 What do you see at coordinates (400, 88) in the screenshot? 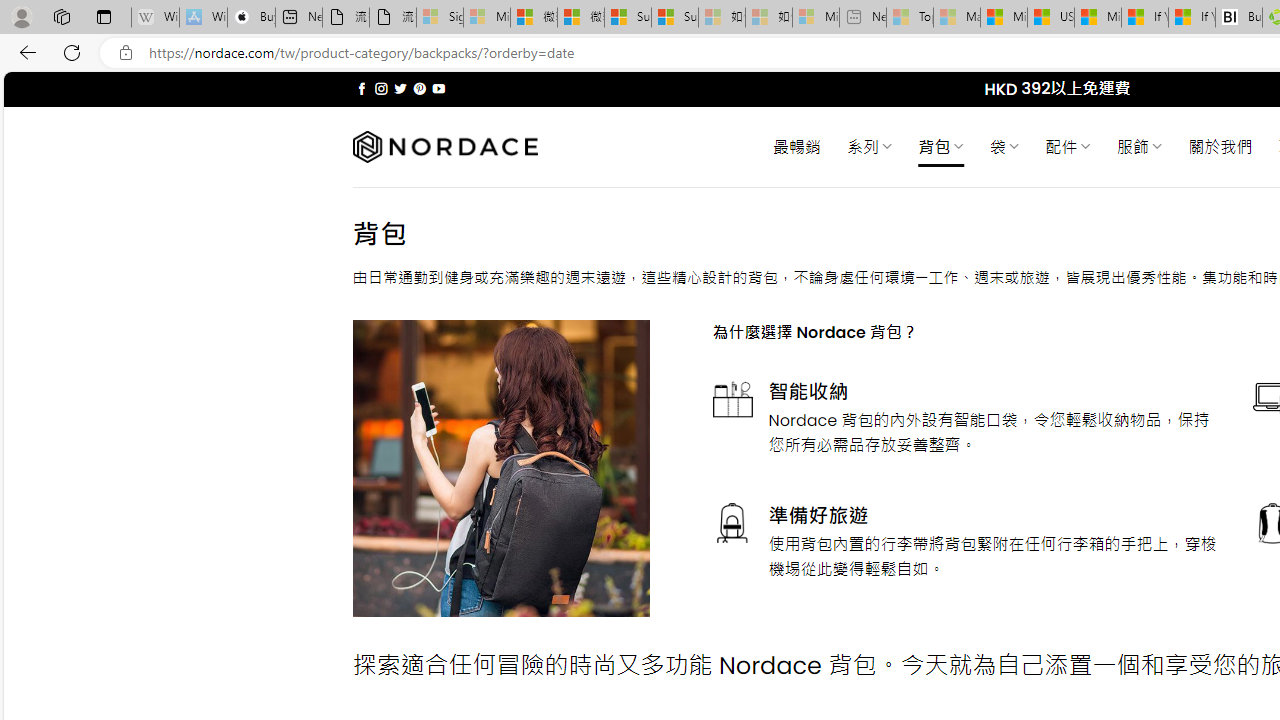
I see `'Follow on Twitter'` at bounding box center [400, 88].